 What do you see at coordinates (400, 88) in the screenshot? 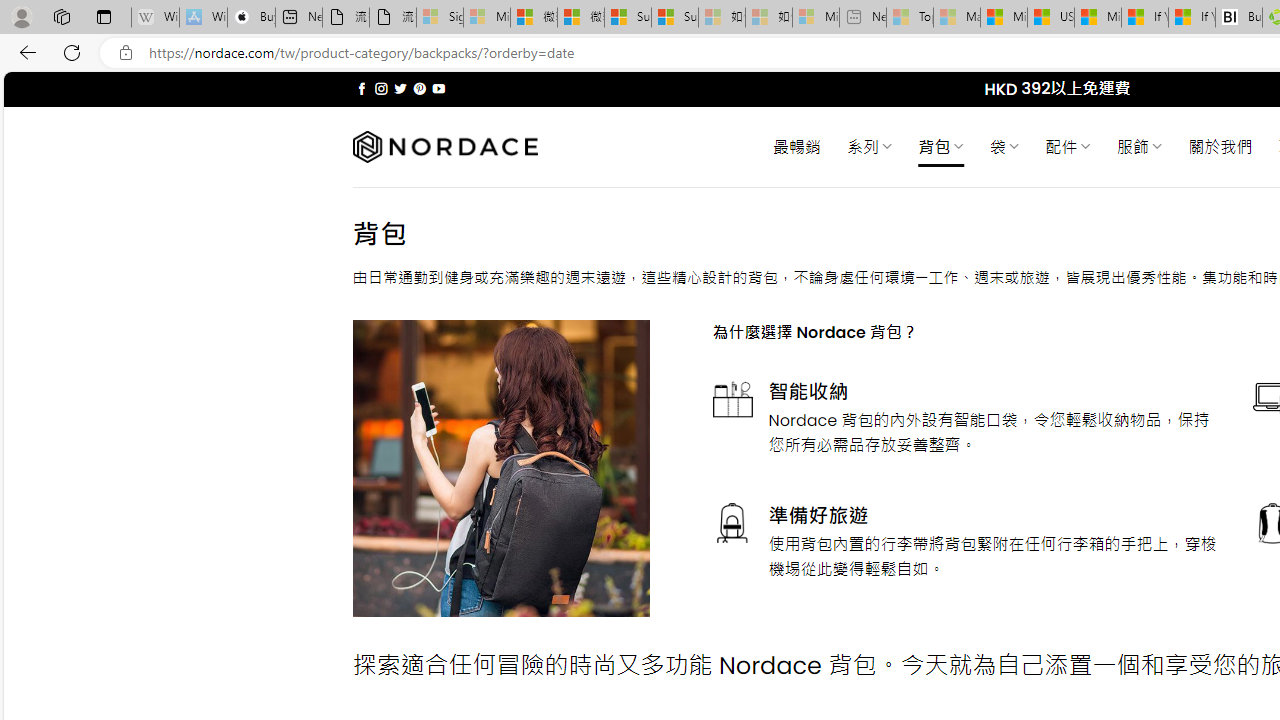
I see `'Follow on Twitter'` at bounding box center [400, 88].